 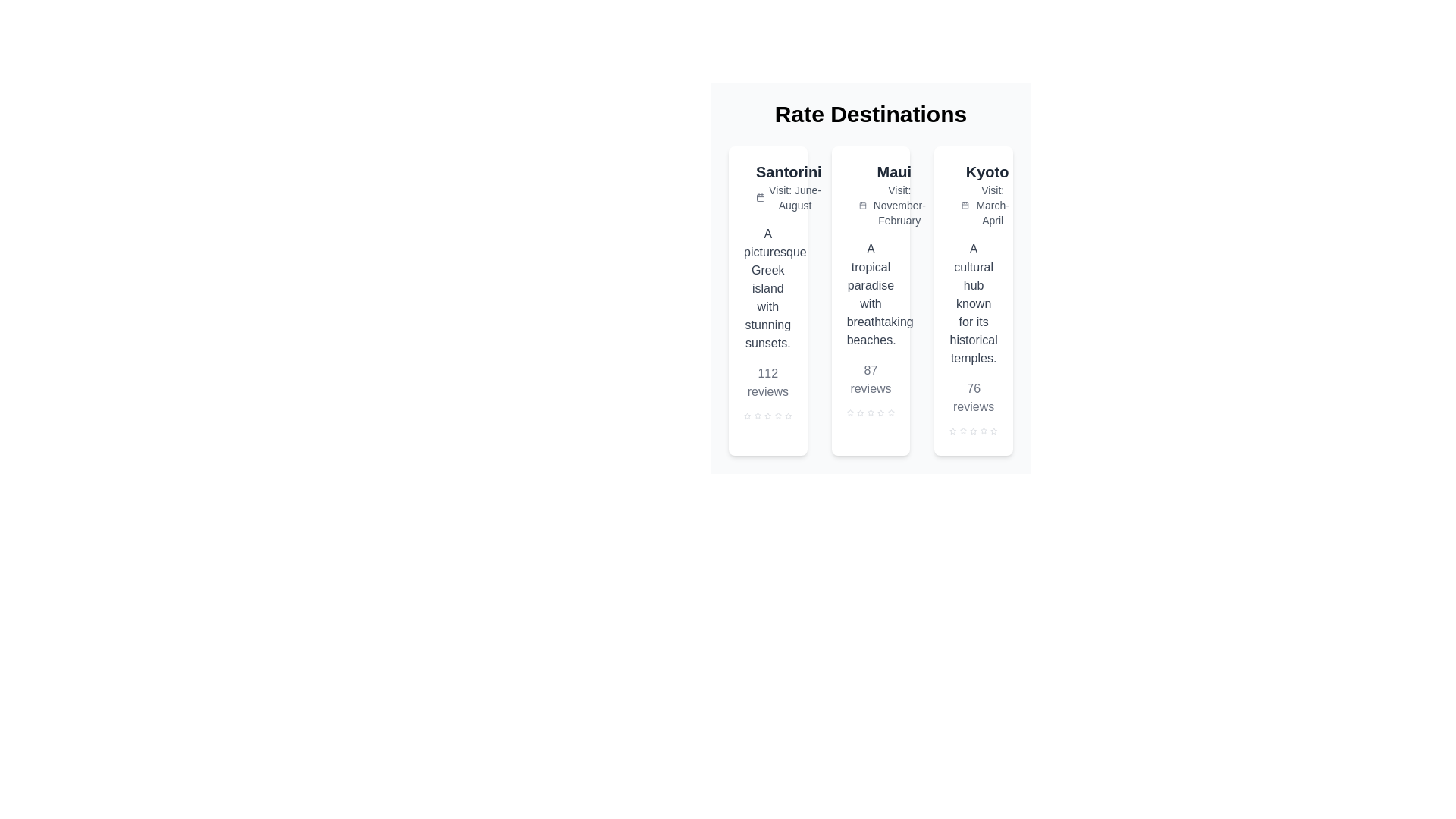 I want to click on the calendar icon, which has a square outline and vertical dashes at its top, located next to the text 'Visit: June-August' in the details card for 'Santorini', so click(x=761, y=197).